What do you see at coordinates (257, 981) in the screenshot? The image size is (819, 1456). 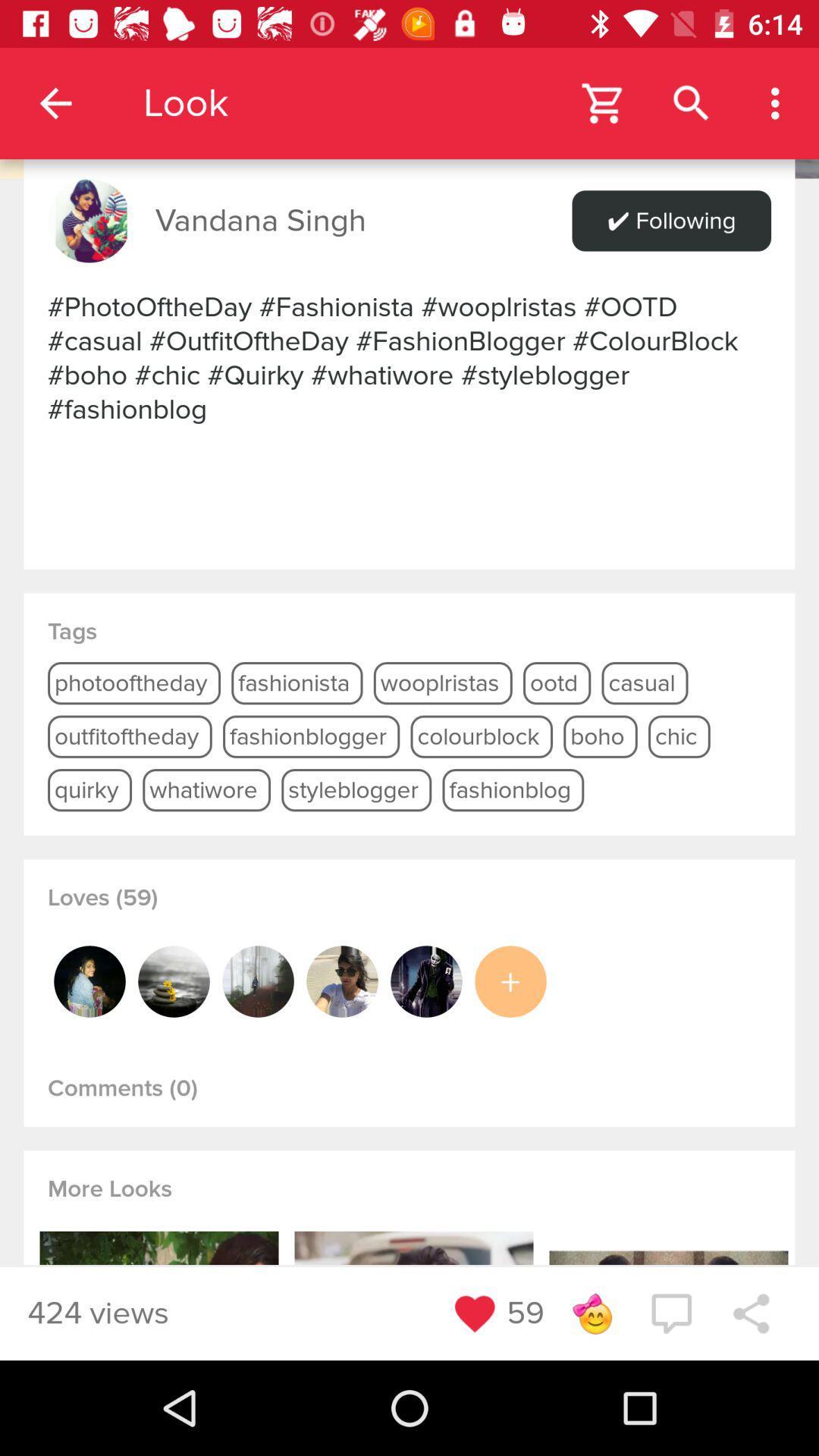 I see `who like your post` at bounding box center [257, 981].